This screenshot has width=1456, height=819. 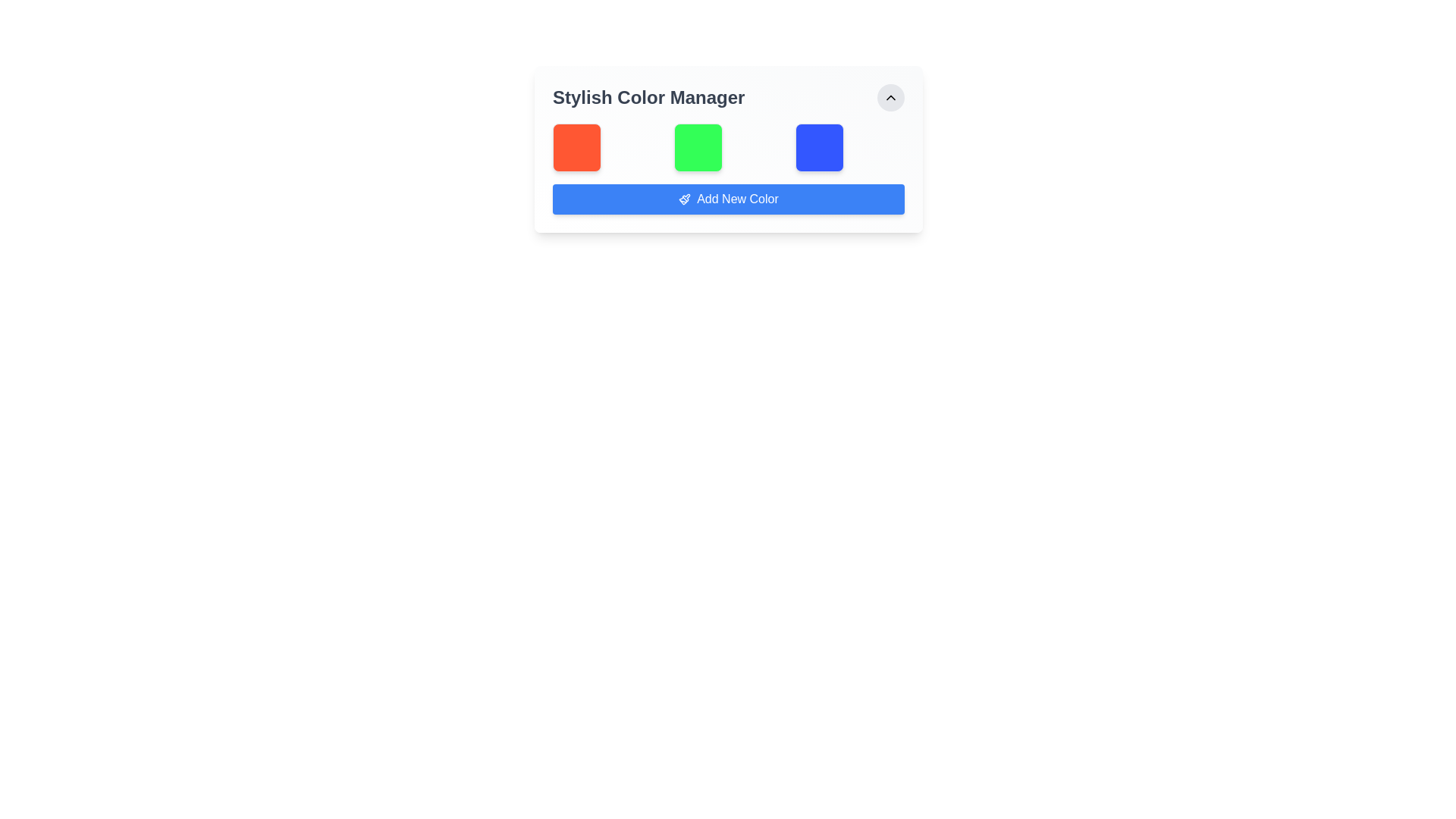 I want to click on the small upward-pointing chevron icon within the circular button located at the top-right corner of the 'Stylish Color Manager' card, so click(x=891, y=97).